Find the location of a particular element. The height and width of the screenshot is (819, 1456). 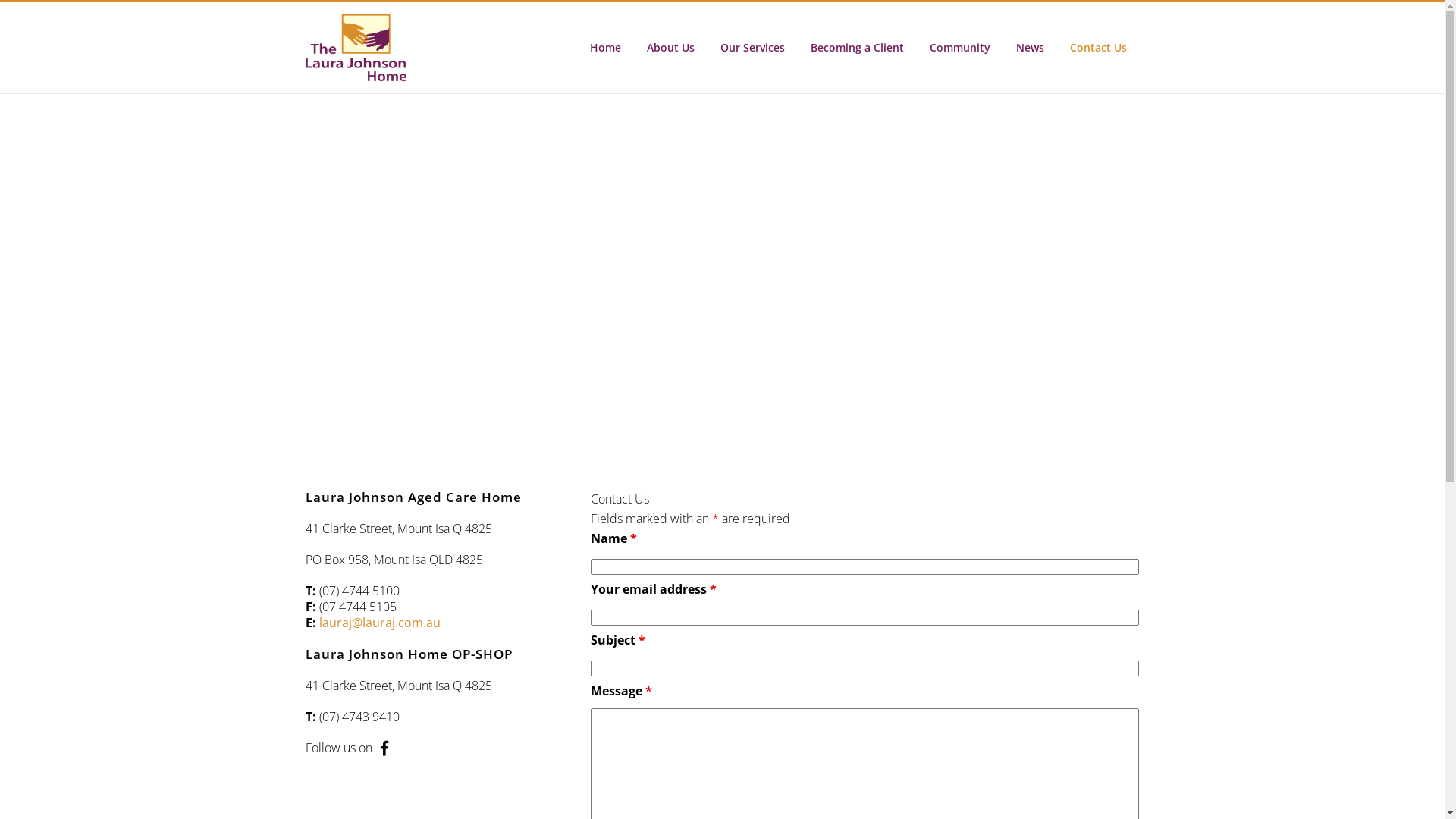

'lauraj@lauraj.com.au' is located at coordinates (378, 623).